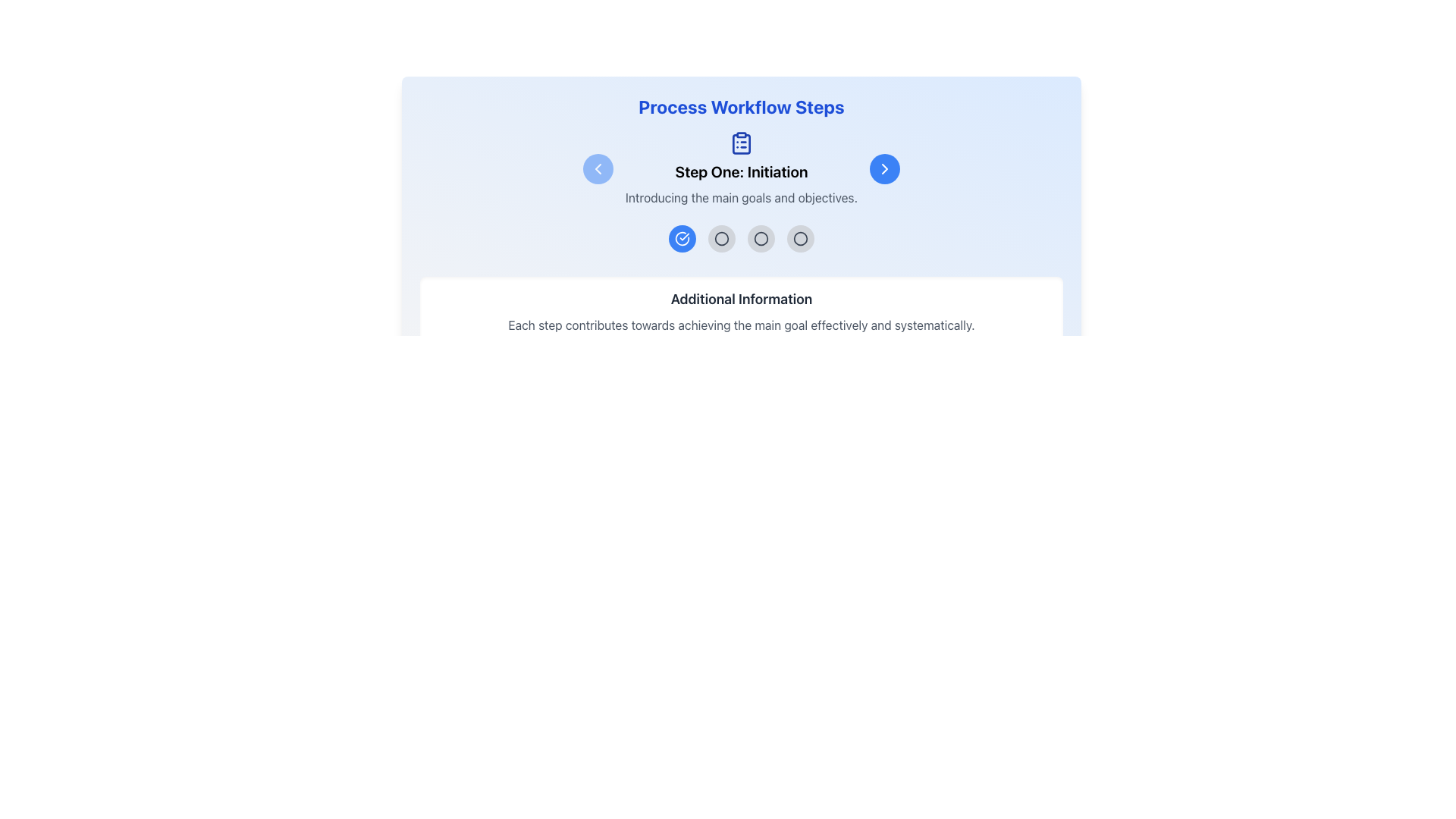  What do you see at coordinates (597, 169) in the screenshot?
I see `the navigation button that allows the user to navigate to the previous step in the workflow process` at bounding box center [597, 169].